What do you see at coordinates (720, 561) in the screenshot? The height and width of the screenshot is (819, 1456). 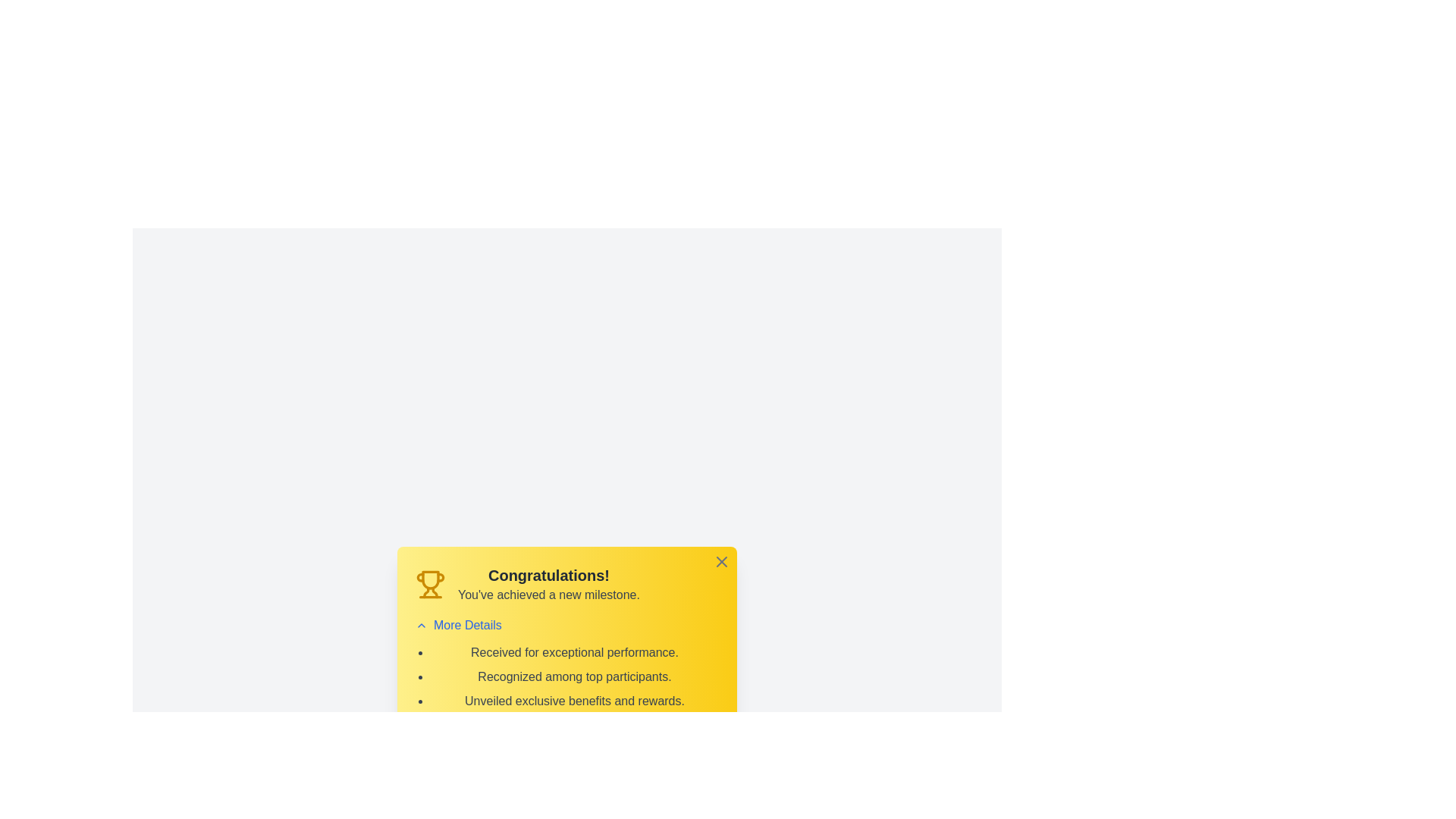 I see `the close button to hide the alert` at bounding box center [720, 561].